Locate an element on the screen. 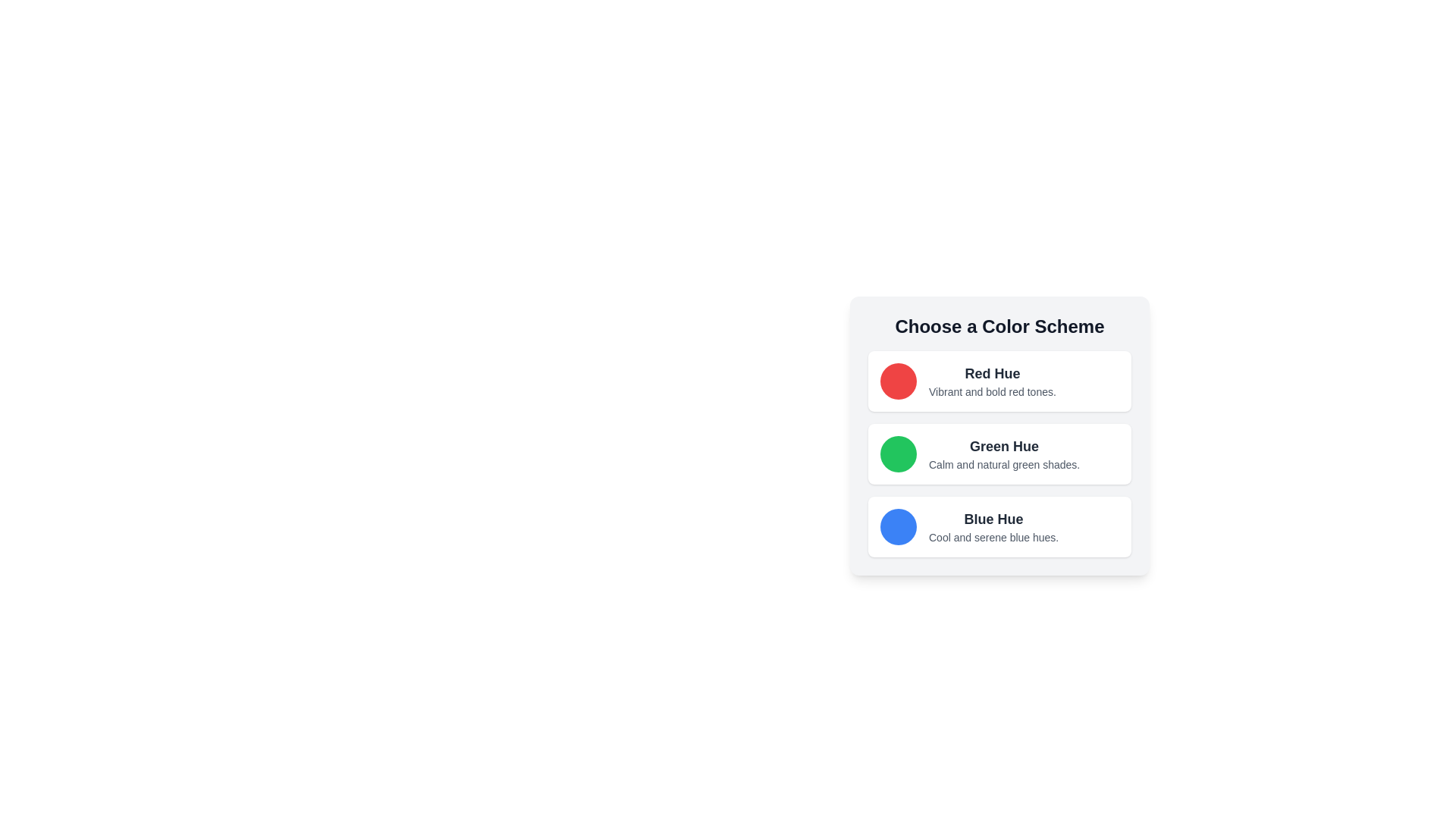 The image size is (1456, 819). text content of the 'Red Hue' label displayed in bold and larger font, located at the top of the card element for the 'Red Hue' color scheme option is located at coordinates (992, 374).